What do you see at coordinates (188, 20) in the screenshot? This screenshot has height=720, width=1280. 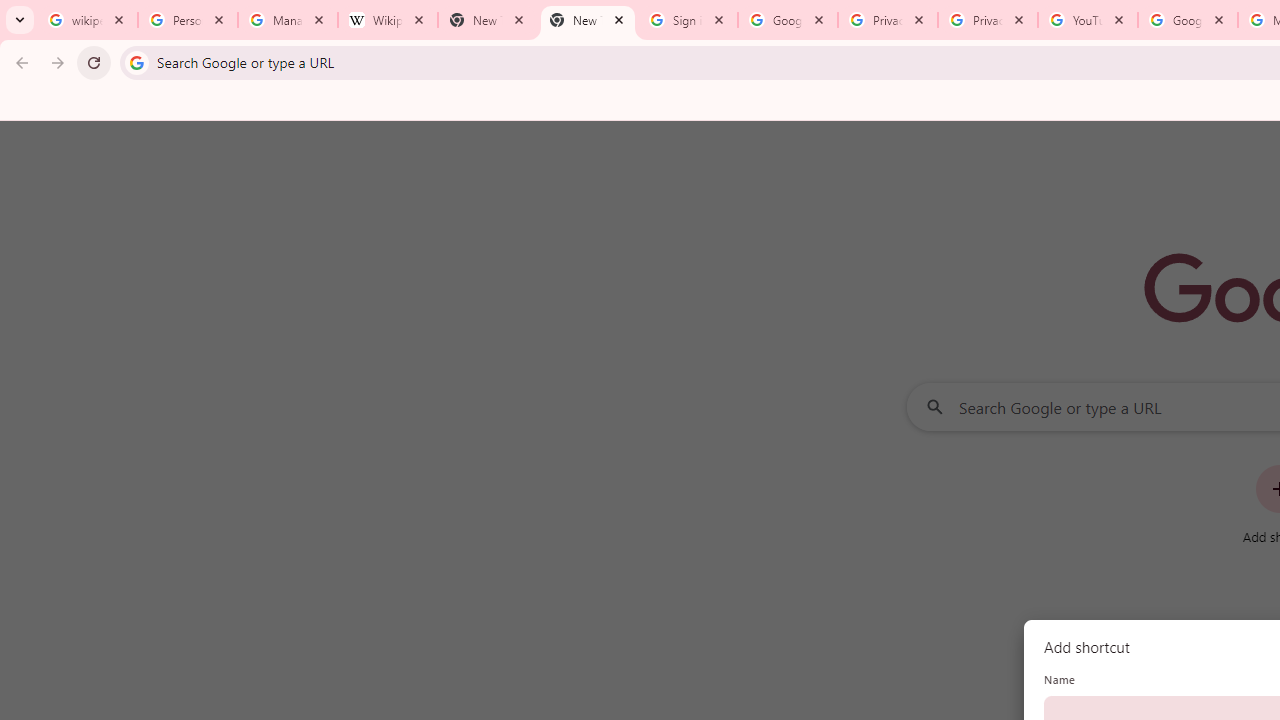 I see `'Personalization & Google Search results - Google Search Help'` at bounding box center [188, 20].